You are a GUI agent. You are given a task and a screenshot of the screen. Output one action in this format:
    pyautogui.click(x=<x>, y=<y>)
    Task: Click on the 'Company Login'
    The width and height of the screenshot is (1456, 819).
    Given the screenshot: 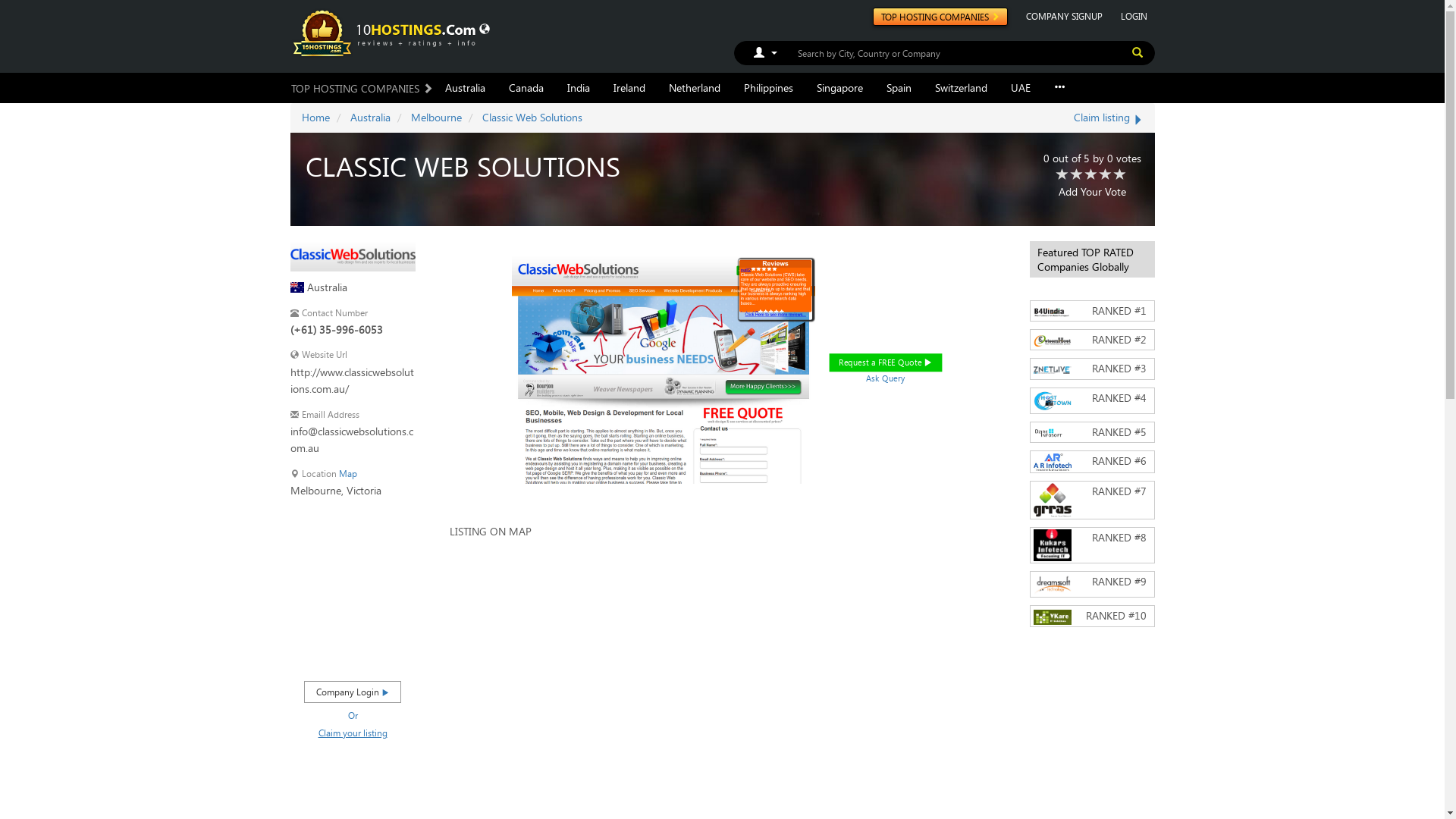 What is the action you would take?
    pyautogui.click(x=352, y=692)
    